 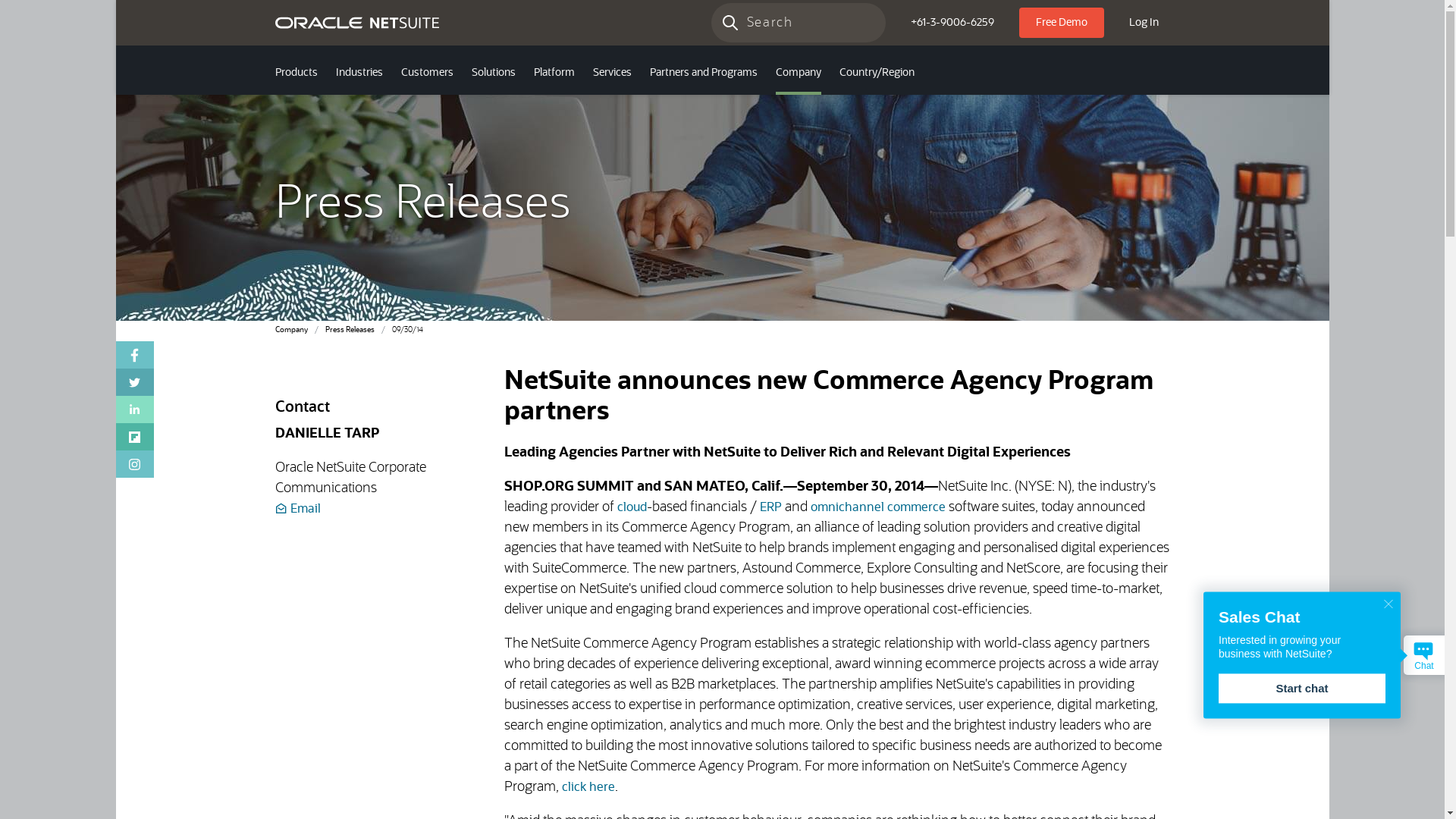 What do you see at coordinates (1301, 688) in the screenshot?
I see `'Start chat'` at bounding box center [1301, 688].